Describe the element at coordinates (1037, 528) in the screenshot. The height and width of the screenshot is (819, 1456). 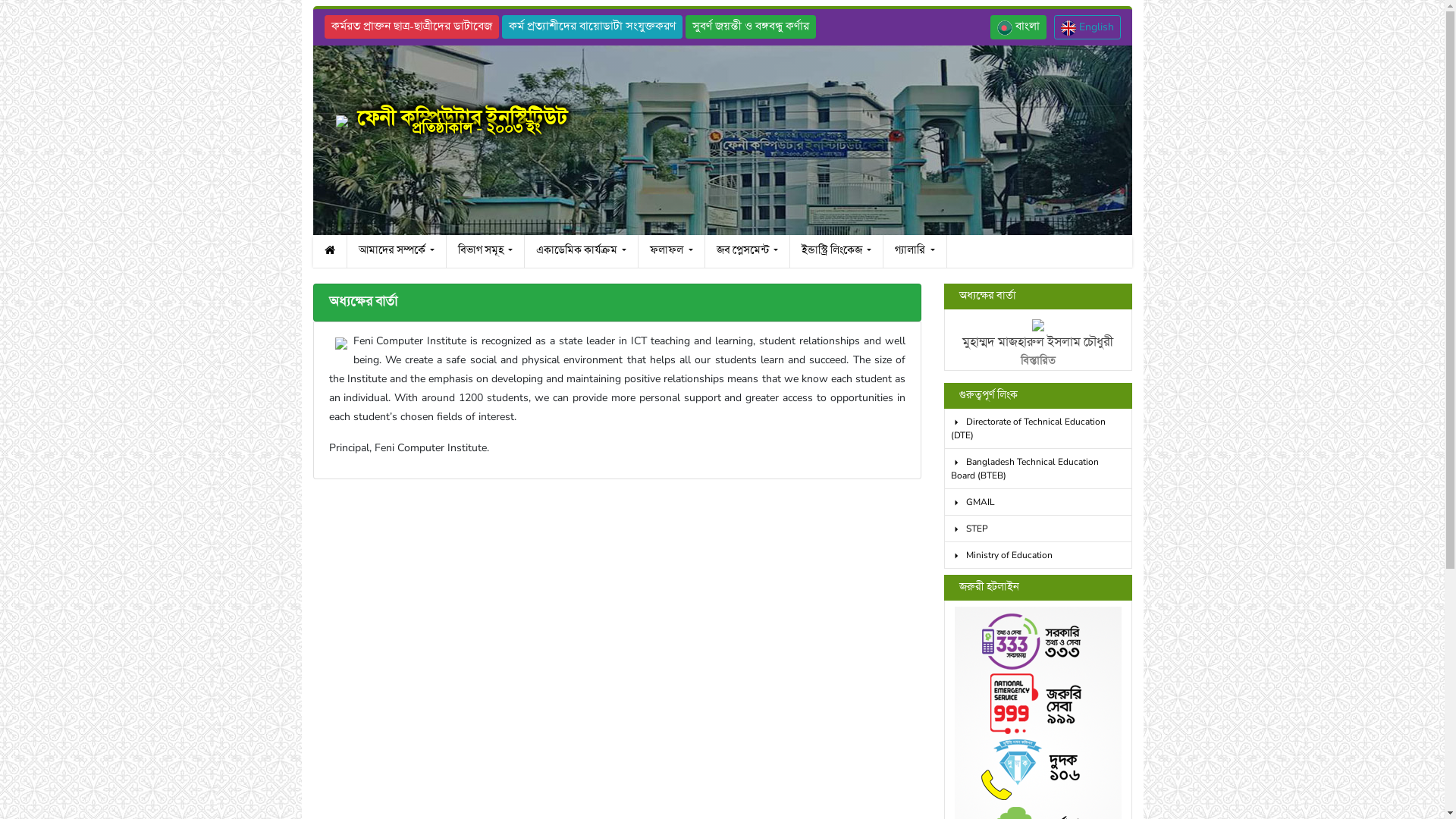
I see `'  STEP'` at that location.